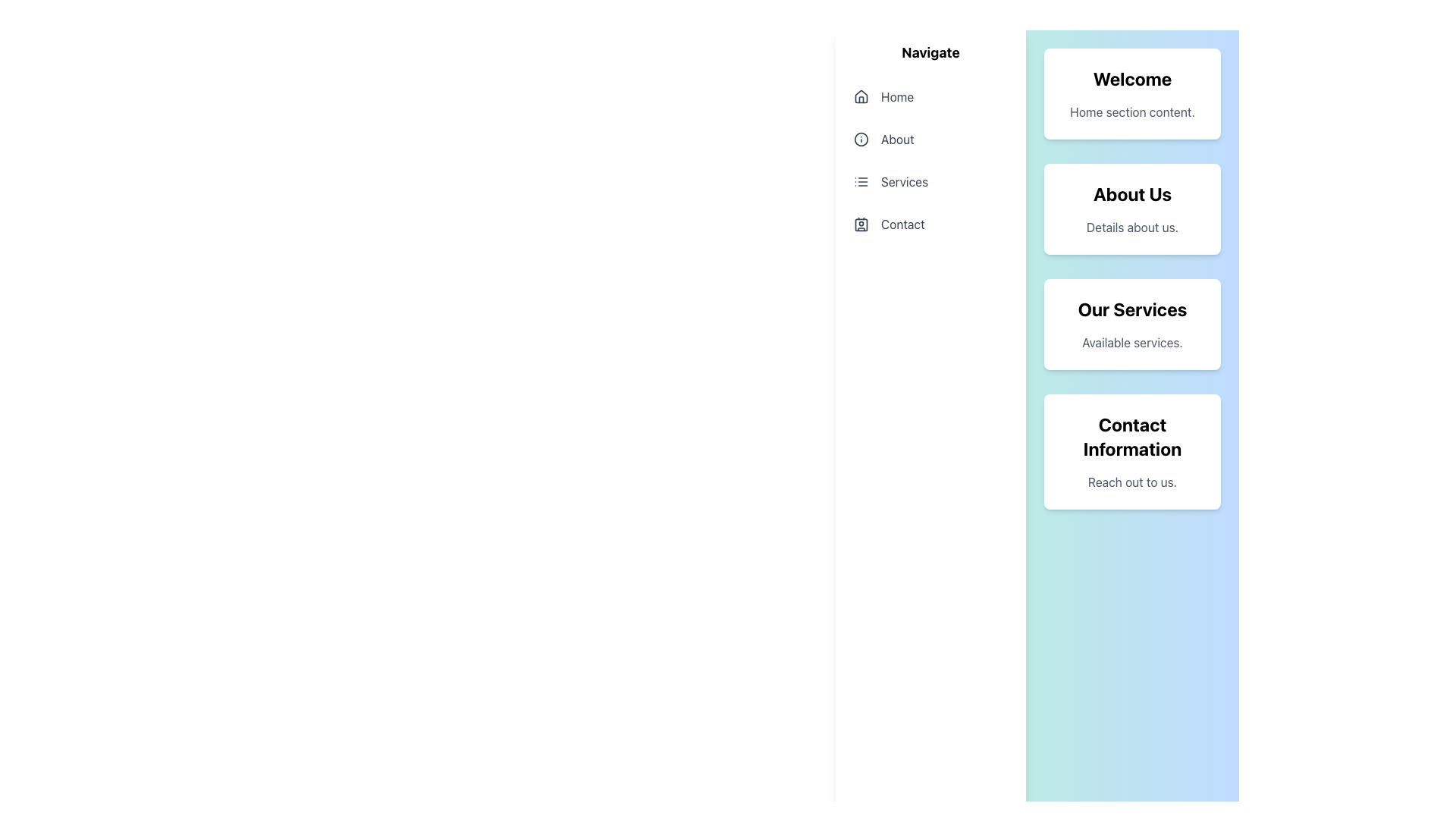 The image size is (1456, 819). I want to click on the house icon in the vertical navigation menu, so click(861, 96).